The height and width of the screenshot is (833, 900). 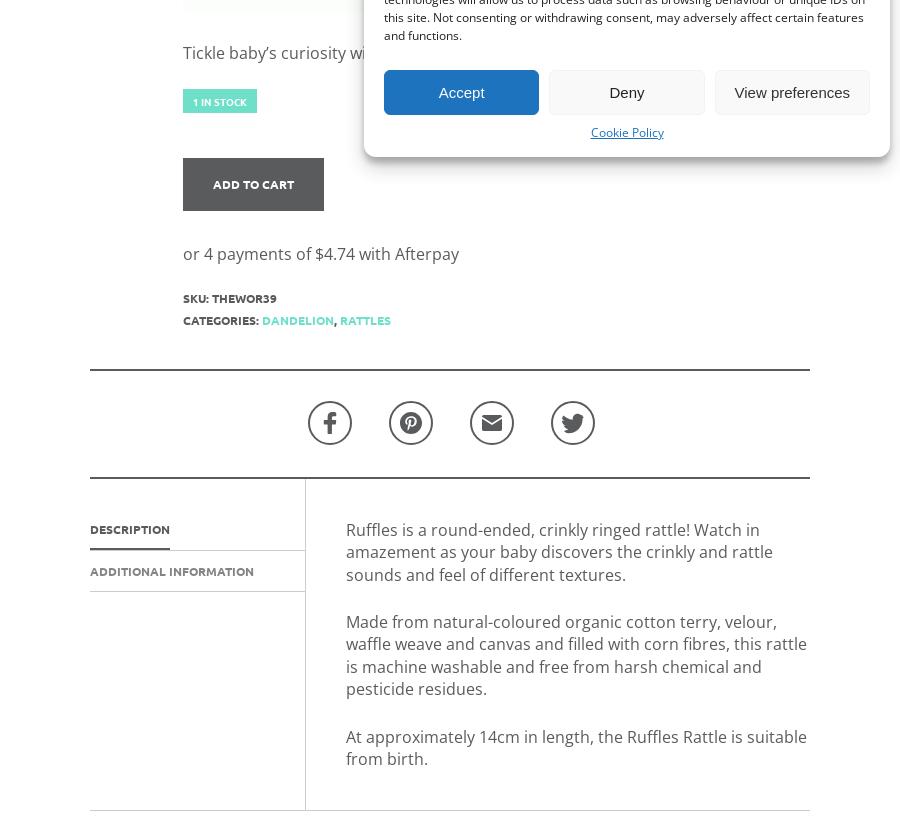 What do you see at coordinates (247, 252) in the screenshot?
I see `'or 4 payments of'` at bounding box center [247, 252].